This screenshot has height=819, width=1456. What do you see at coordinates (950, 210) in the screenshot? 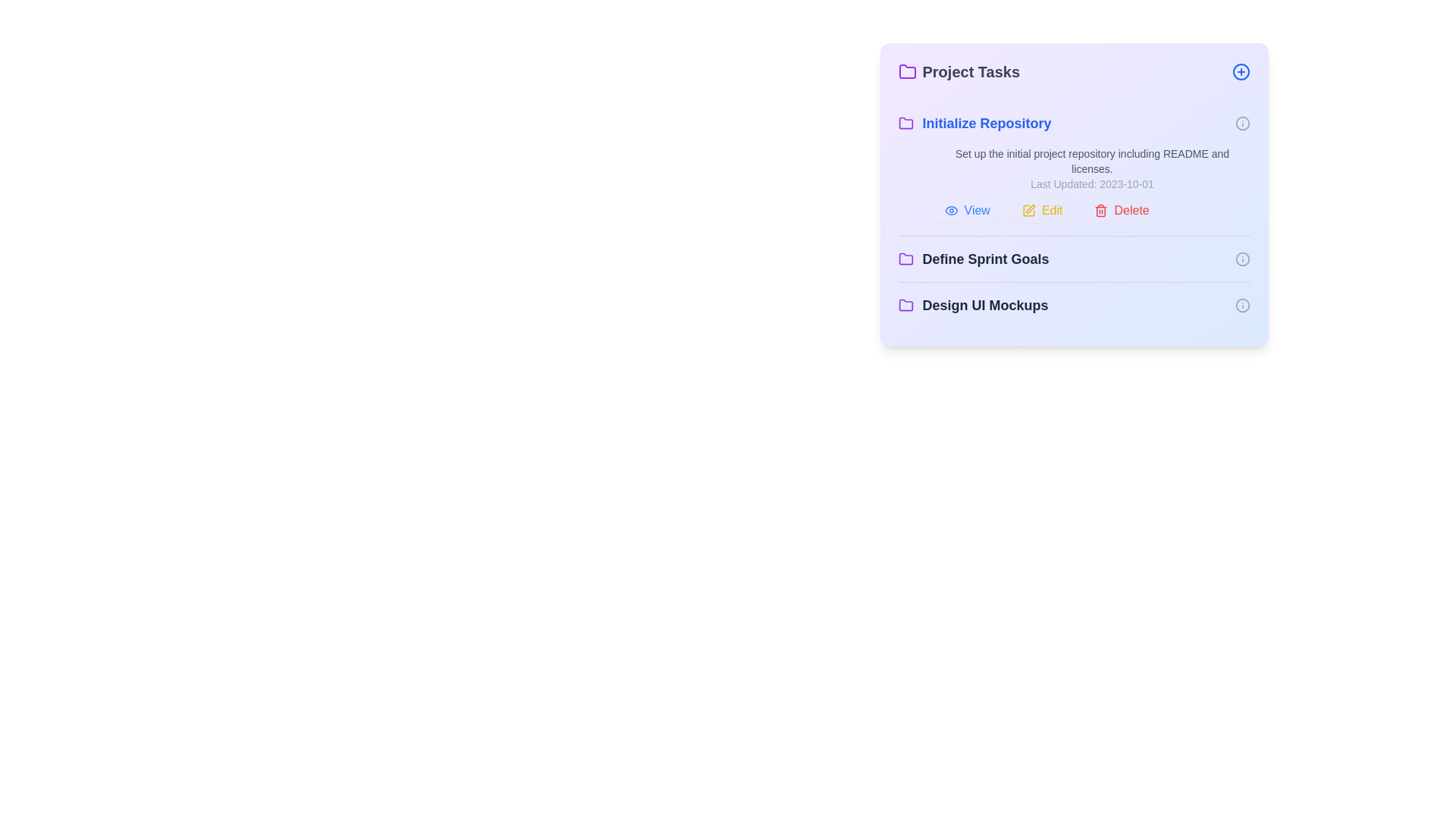
I see `the curved line icon resembling an eye's contour located at the top-right corner of the 'Initialize Repository' task listing` at bounding box center [950, 210].